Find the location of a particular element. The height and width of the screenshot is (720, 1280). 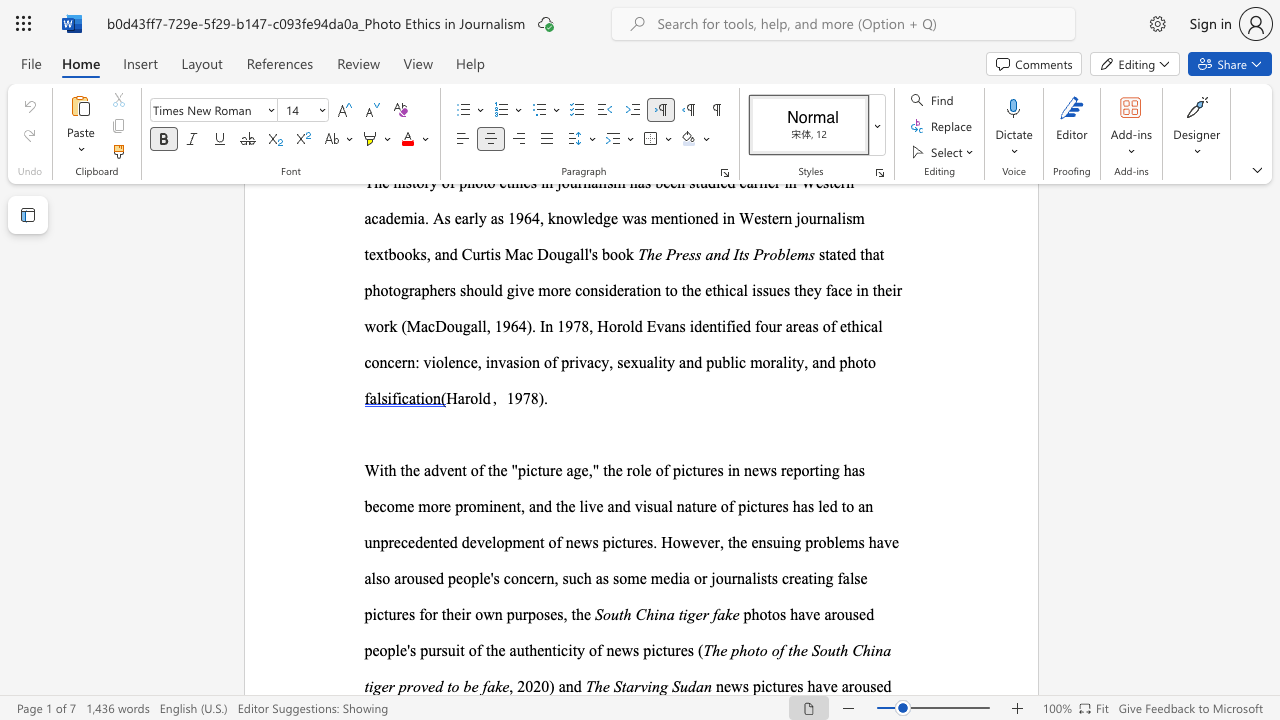

the subset text "da" within the text "The Starving Sudan" is located at coordinates (688, 685).